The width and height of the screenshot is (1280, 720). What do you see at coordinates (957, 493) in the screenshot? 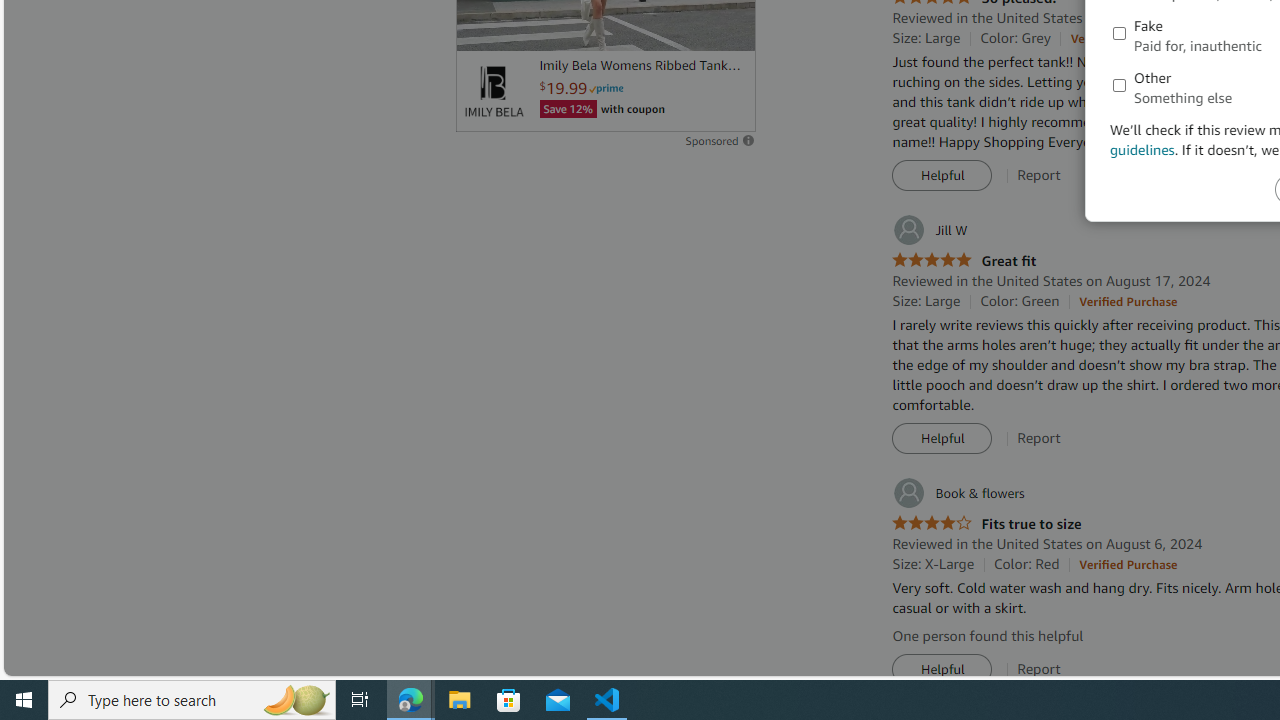
I see `'Book & flowers'` at bounding box center [957, 493].